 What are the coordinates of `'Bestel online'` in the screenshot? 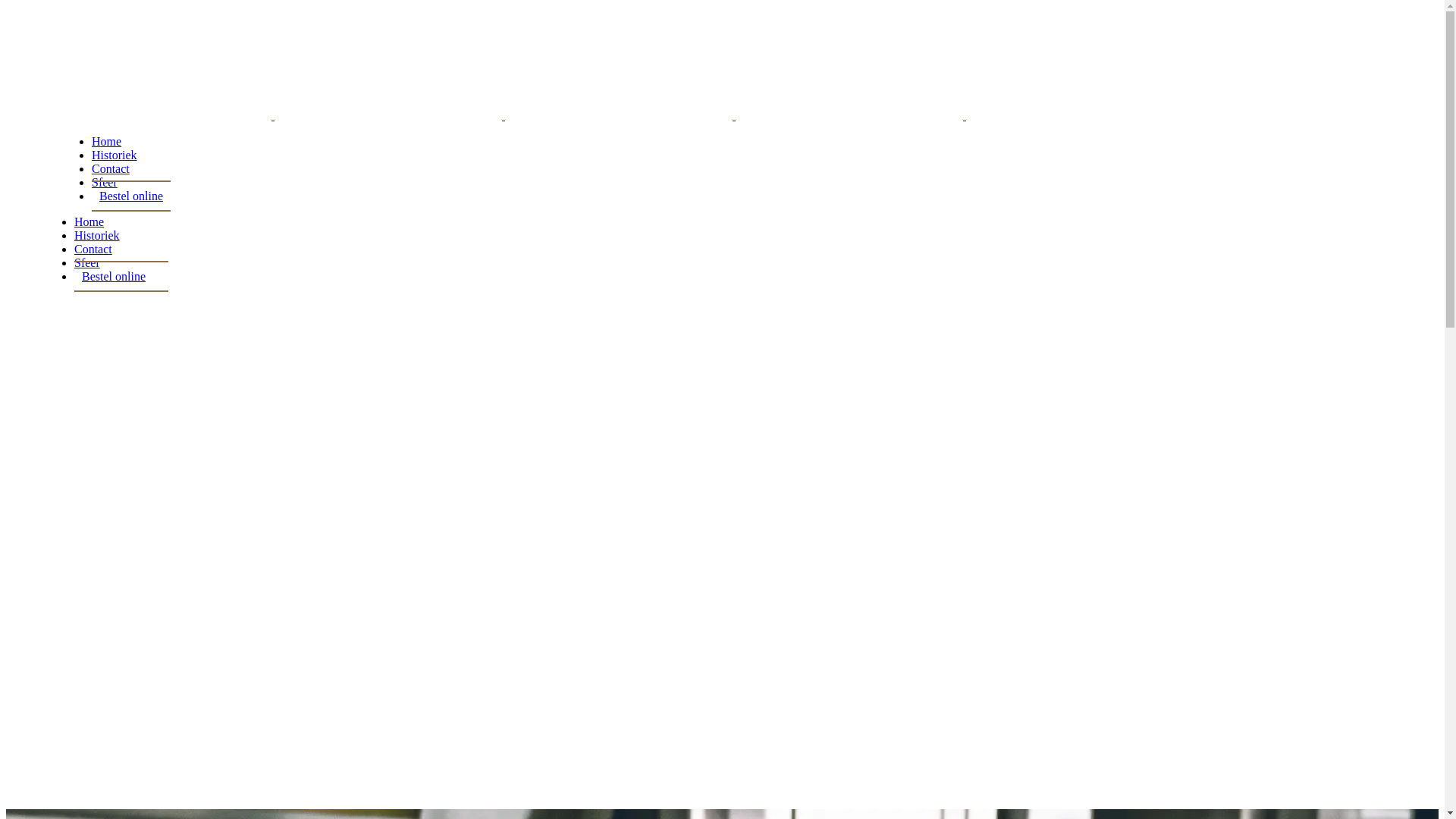 It's located at (130, 195).